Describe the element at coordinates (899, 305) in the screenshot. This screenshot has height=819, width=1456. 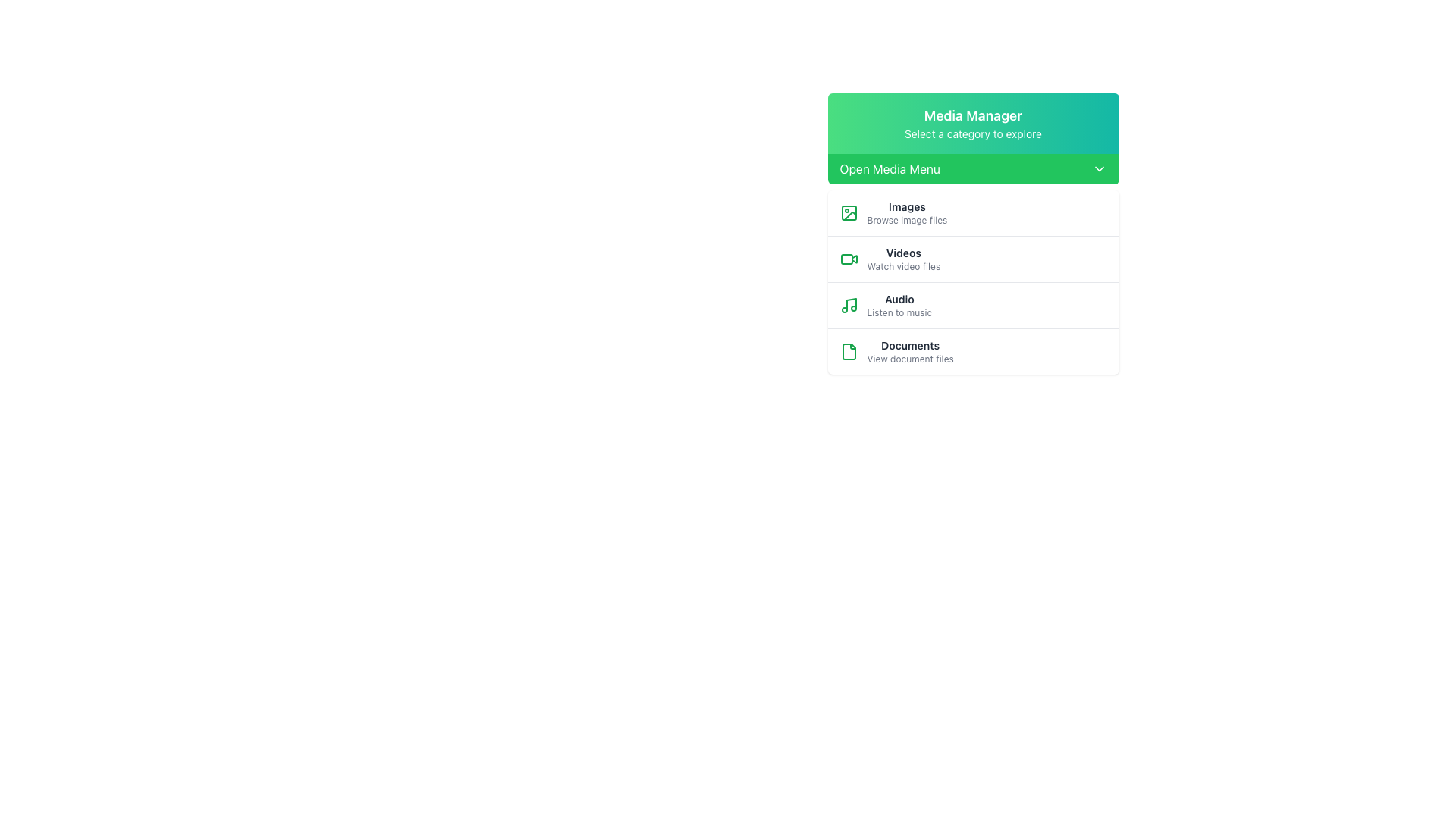
I see `the 'Audio' option in the Media Manager interface, which is represented by a bold title and subtitle with an associated music icon to its left` at that location.